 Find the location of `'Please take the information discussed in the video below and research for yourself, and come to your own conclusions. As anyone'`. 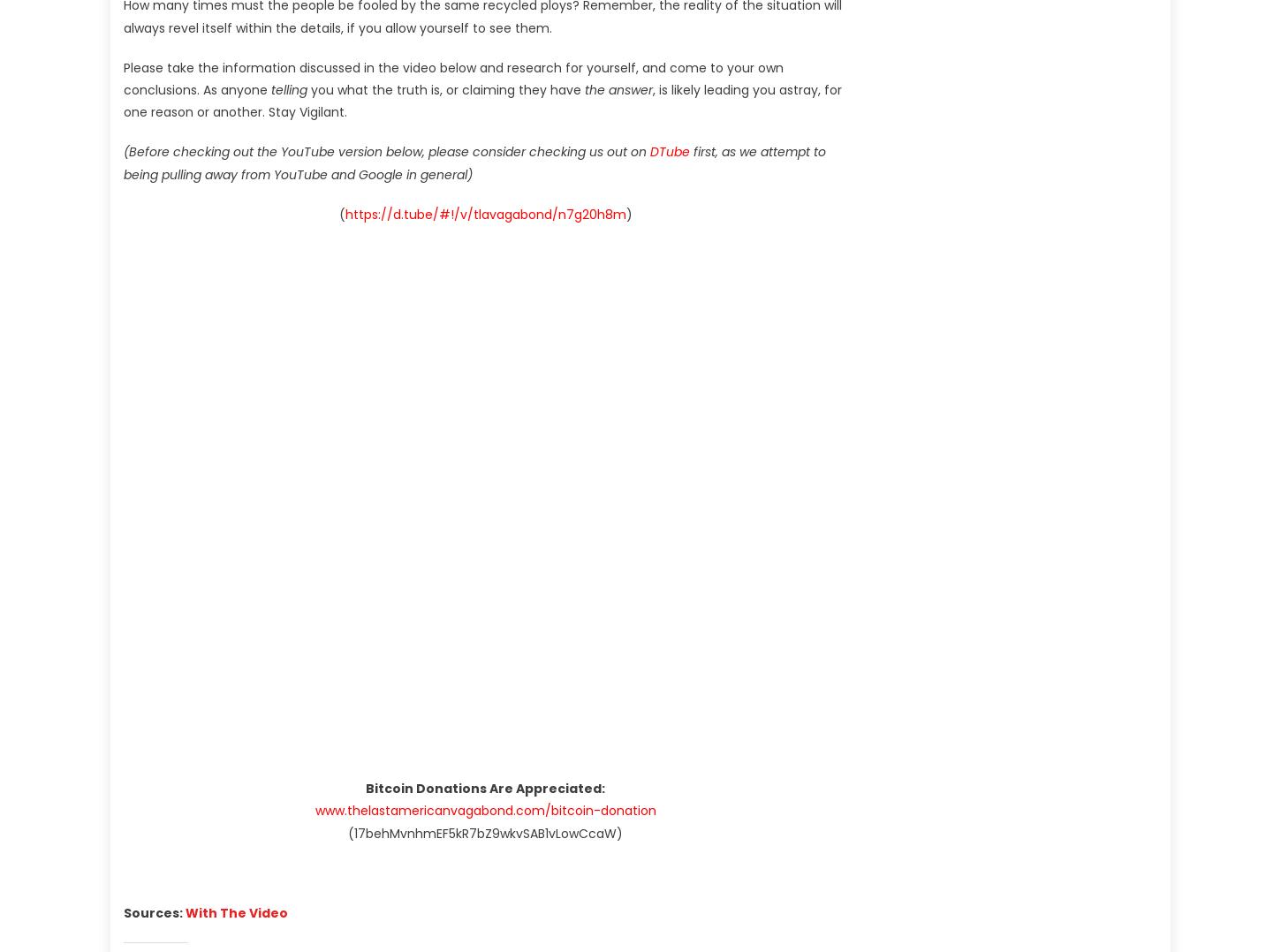

'Please take the information discussed in the video below and research for yourself, and come to your own conclusions. As anyone' is located at coordinates (453, 78).